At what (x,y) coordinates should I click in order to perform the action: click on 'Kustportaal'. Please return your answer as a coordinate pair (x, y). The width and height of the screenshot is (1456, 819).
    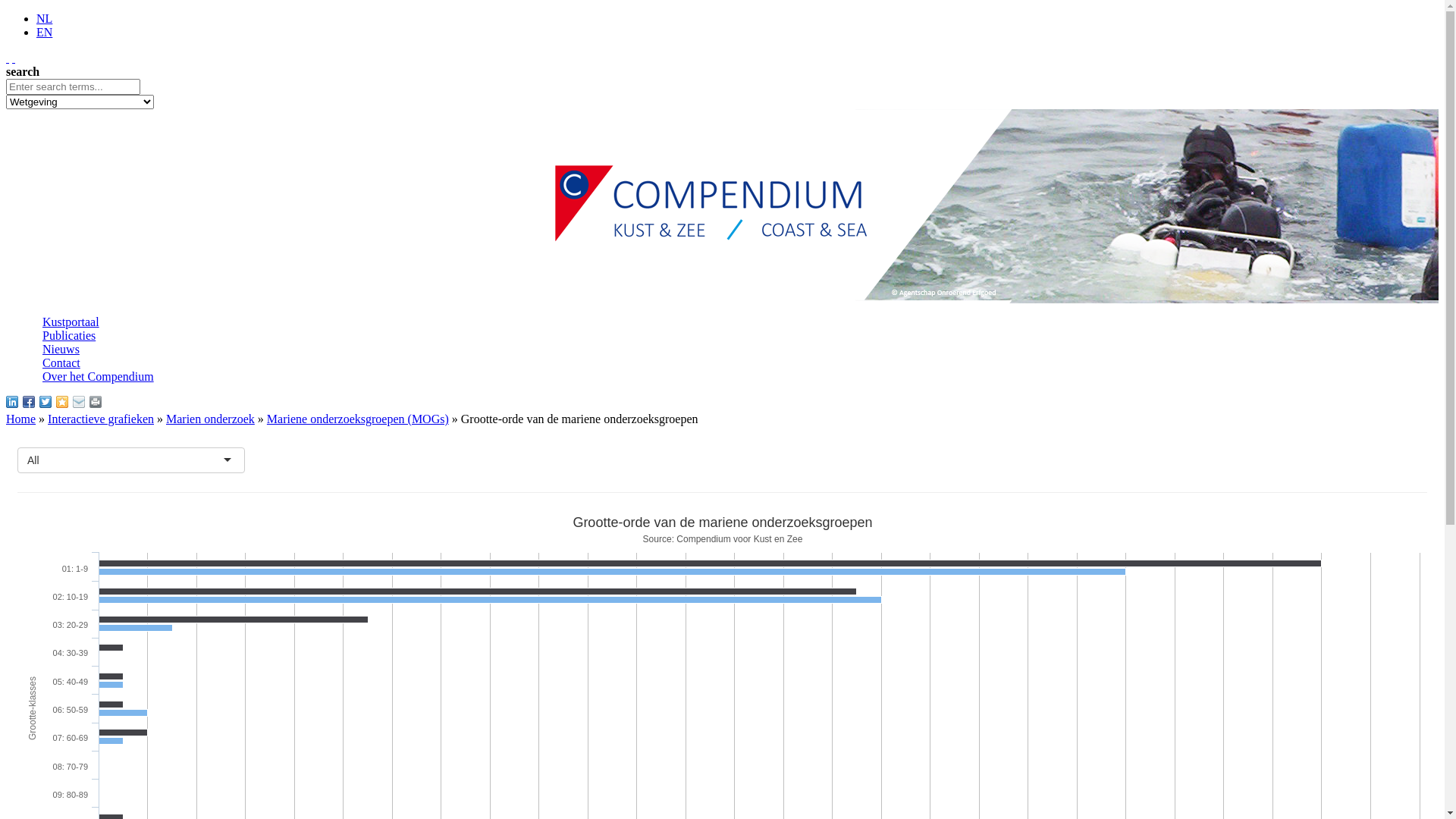
    Looking at the image, I should click on (42, 321).